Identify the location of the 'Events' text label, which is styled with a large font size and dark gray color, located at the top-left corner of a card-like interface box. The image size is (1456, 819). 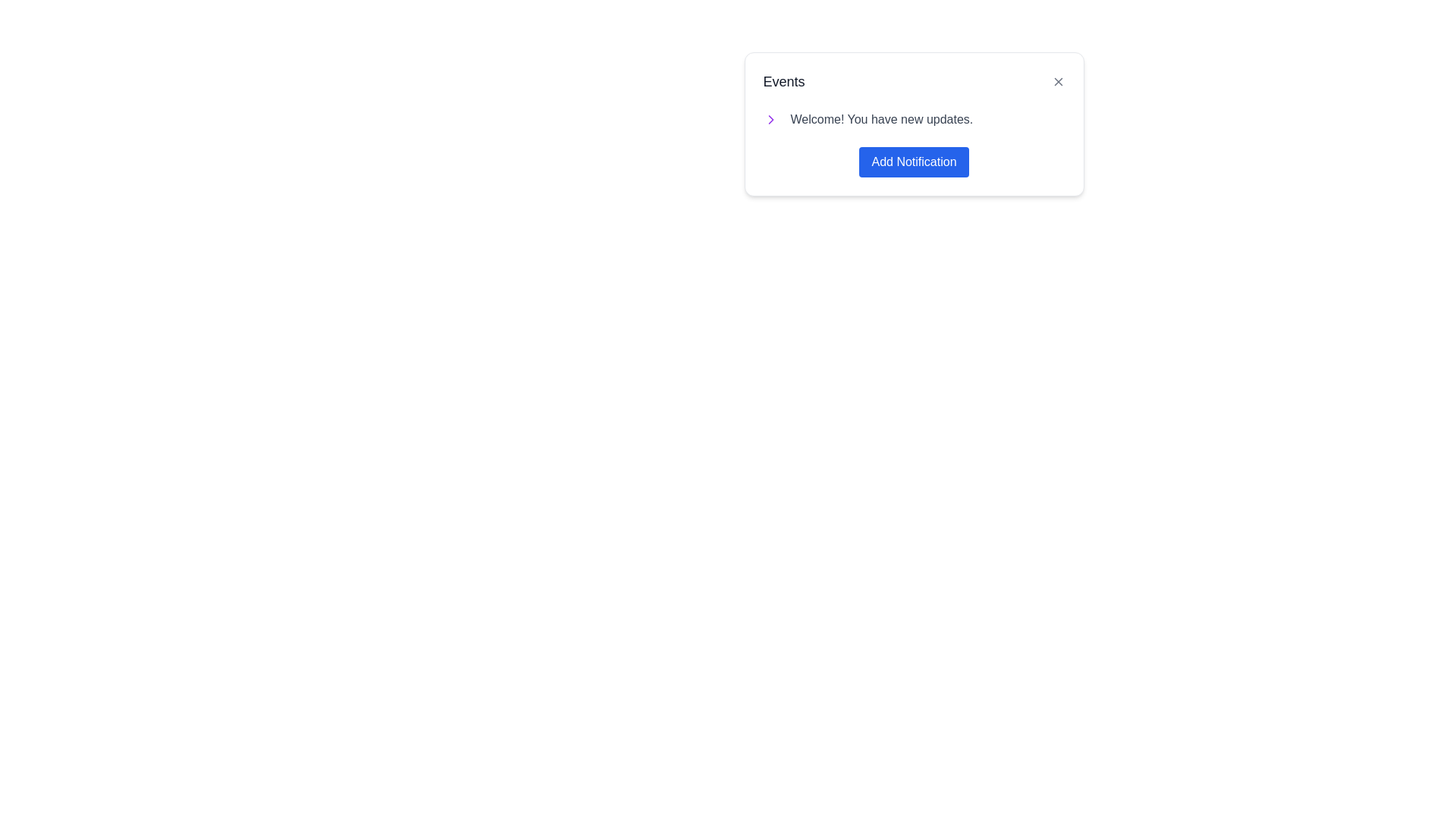
(784, 82).